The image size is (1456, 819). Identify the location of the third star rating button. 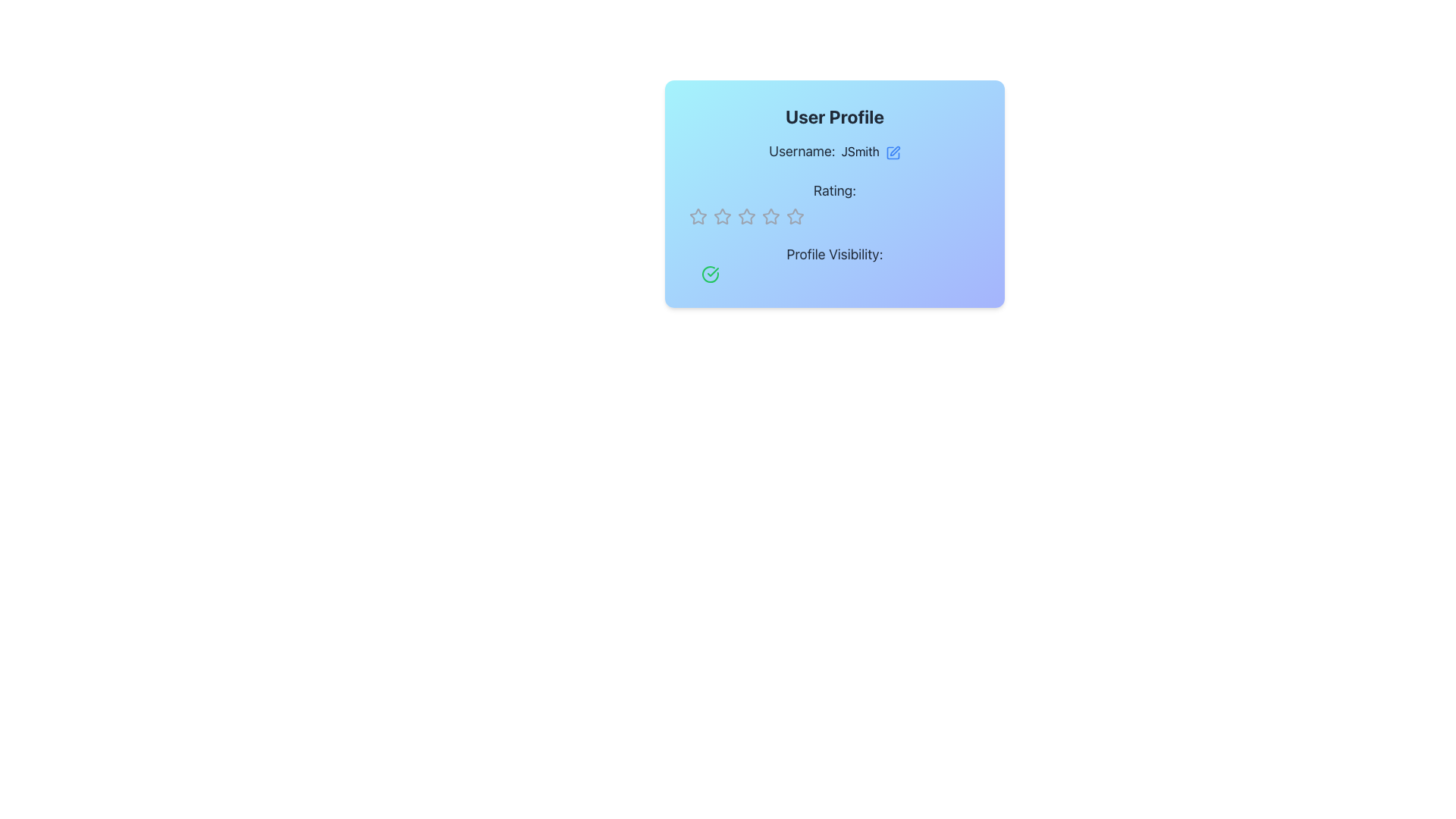
(746, 216).